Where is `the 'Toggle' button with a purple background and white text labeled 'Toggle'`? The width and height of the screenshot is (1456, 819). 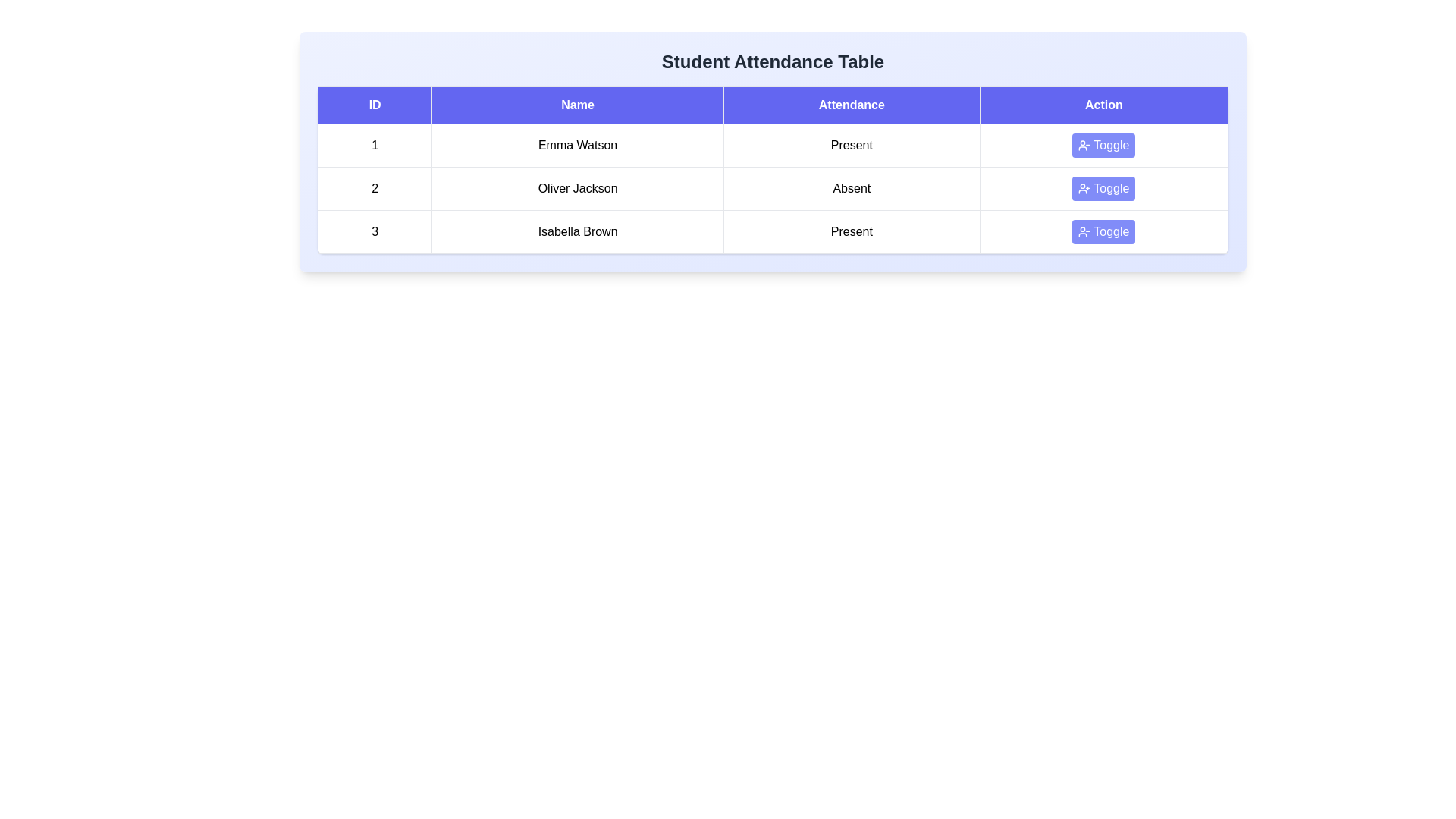
the 'Toggle' button with a purple background and white text labeled 'Toggle' is located at coordinates (1103, 188).